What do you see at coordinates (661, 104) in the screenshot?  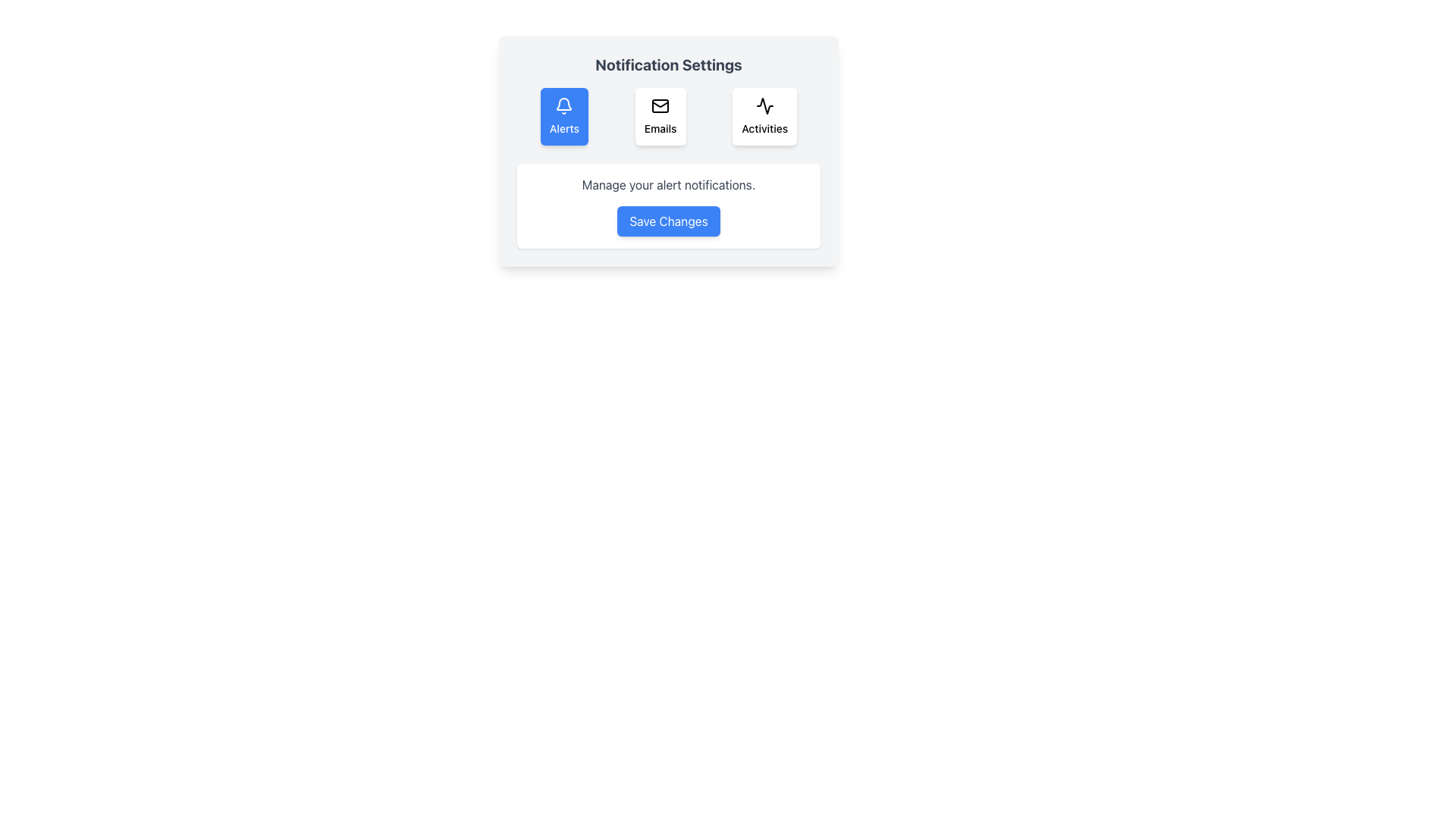 I see `the envelope graphic icon located in the 'Emails' section of the 'Notification Settings' dialog` at bounding box center [661, 104].